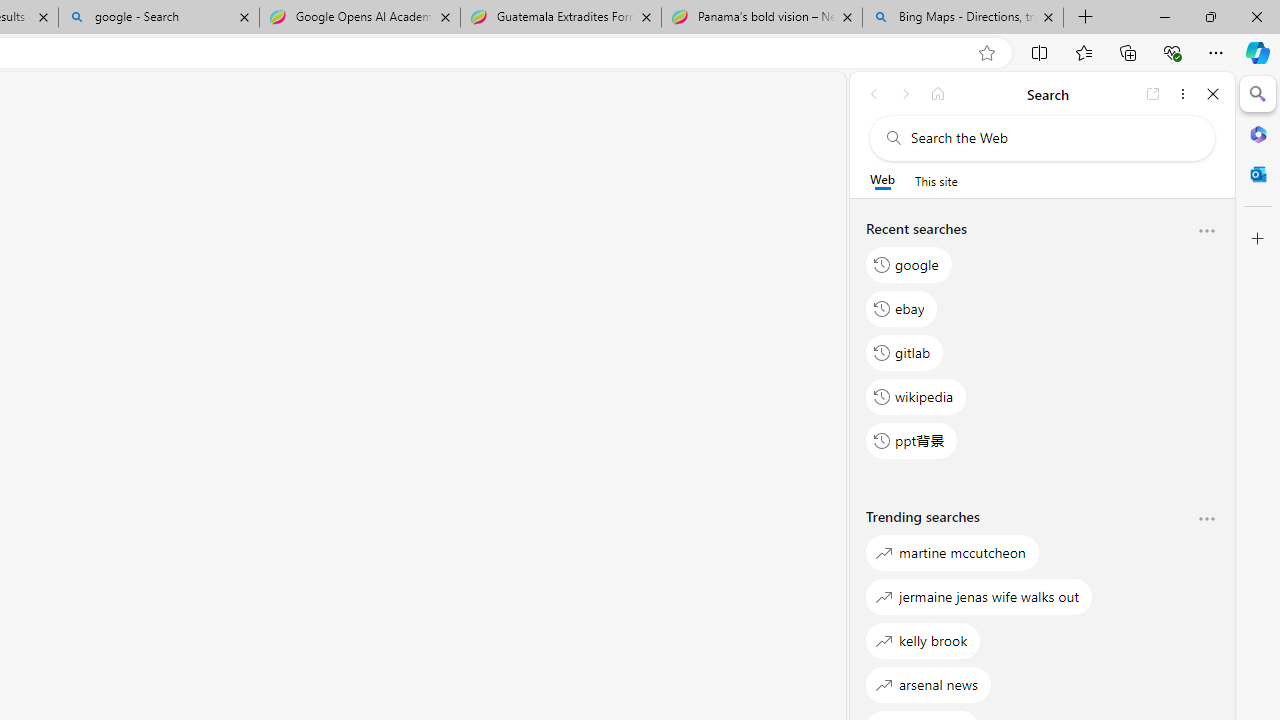  What do you see at coordinates (908, 263) in the screenshot?
I see `'google'` at bounding box center [908, 263].